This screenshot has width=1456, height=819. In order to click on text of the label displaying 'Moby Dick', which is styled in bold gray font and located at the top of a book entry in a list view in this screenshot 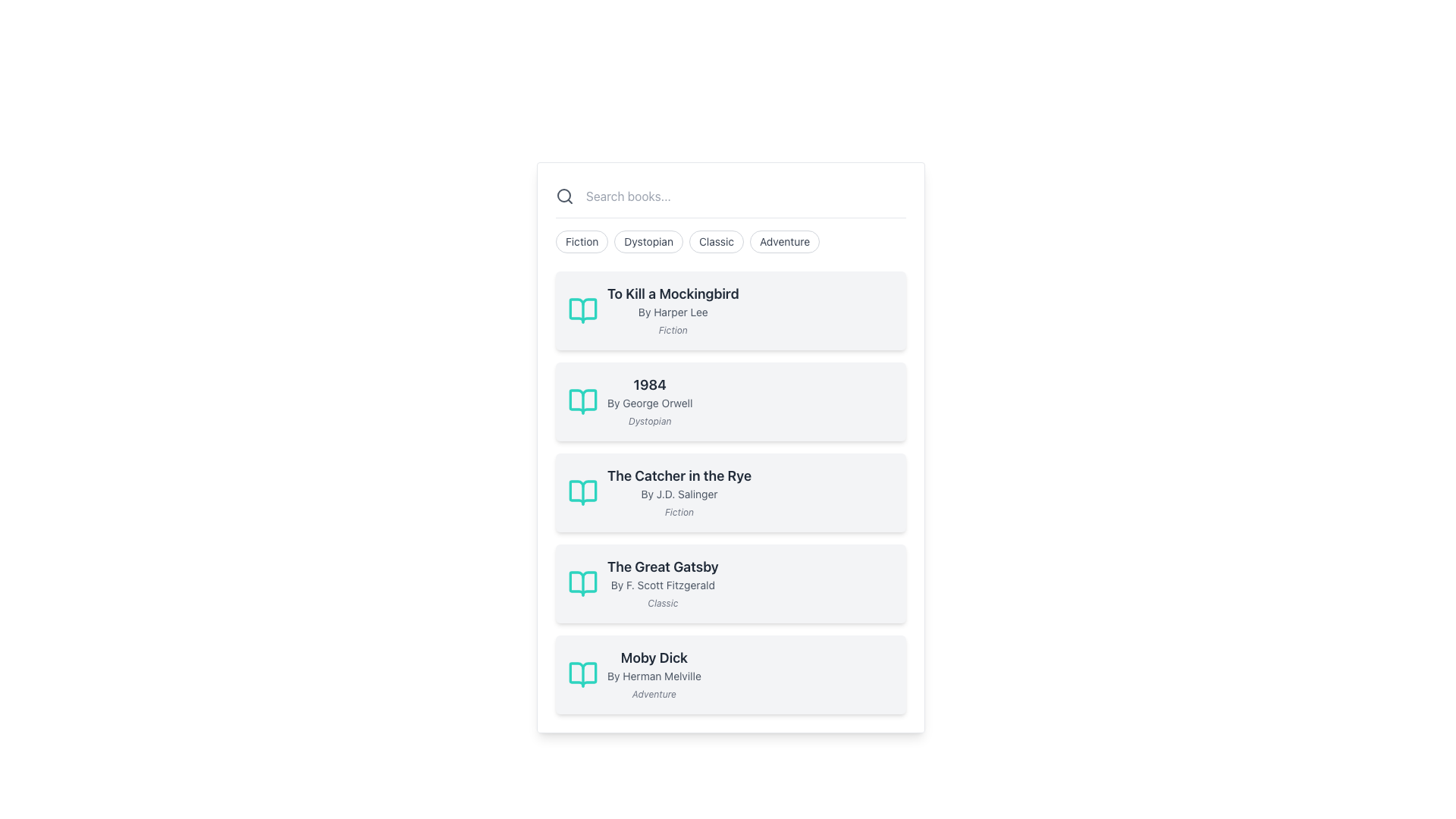, I will do `click(654, 657)`.